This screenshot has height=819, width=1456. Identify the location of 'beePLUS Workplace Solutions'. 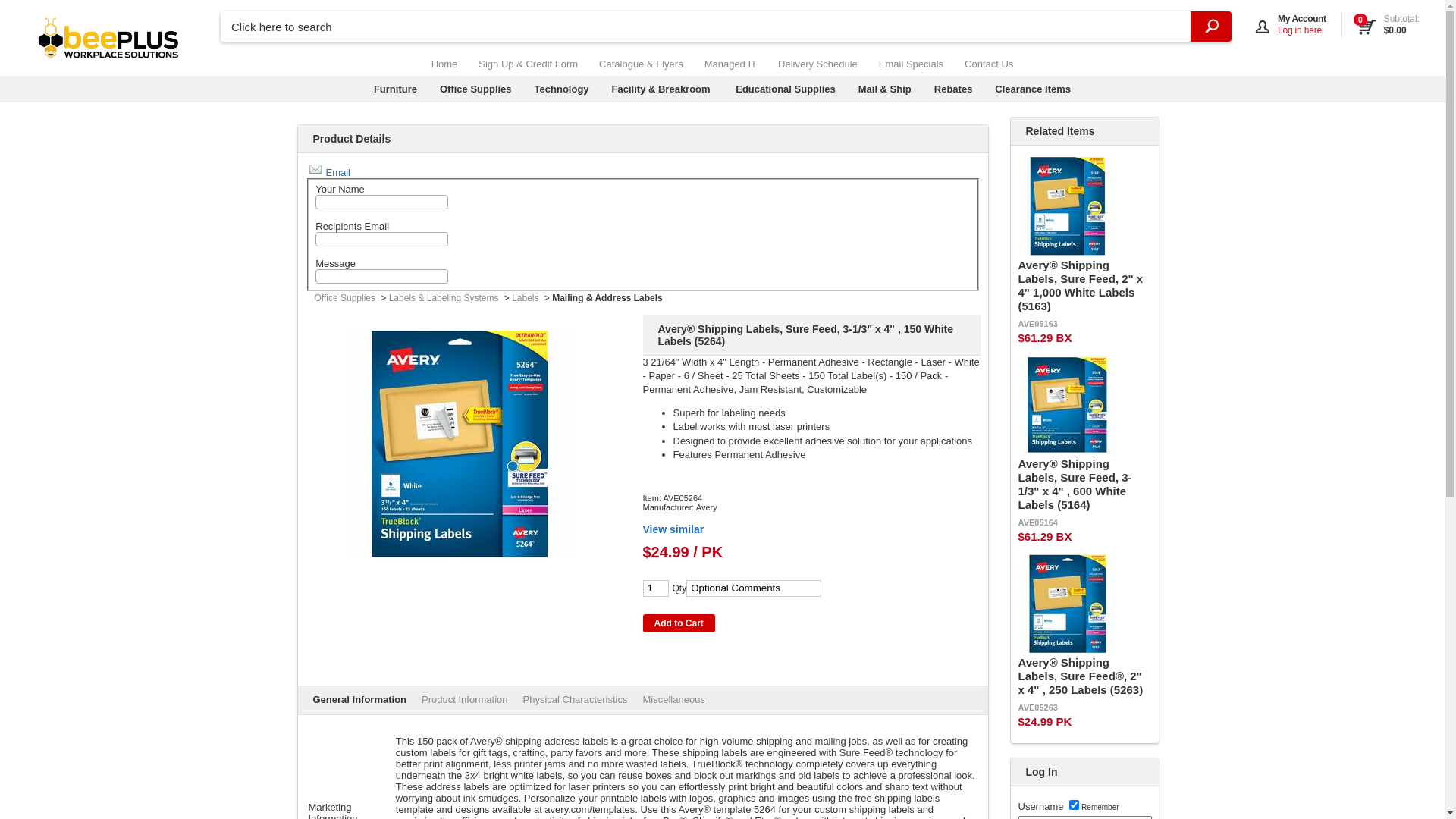
(108, 37).